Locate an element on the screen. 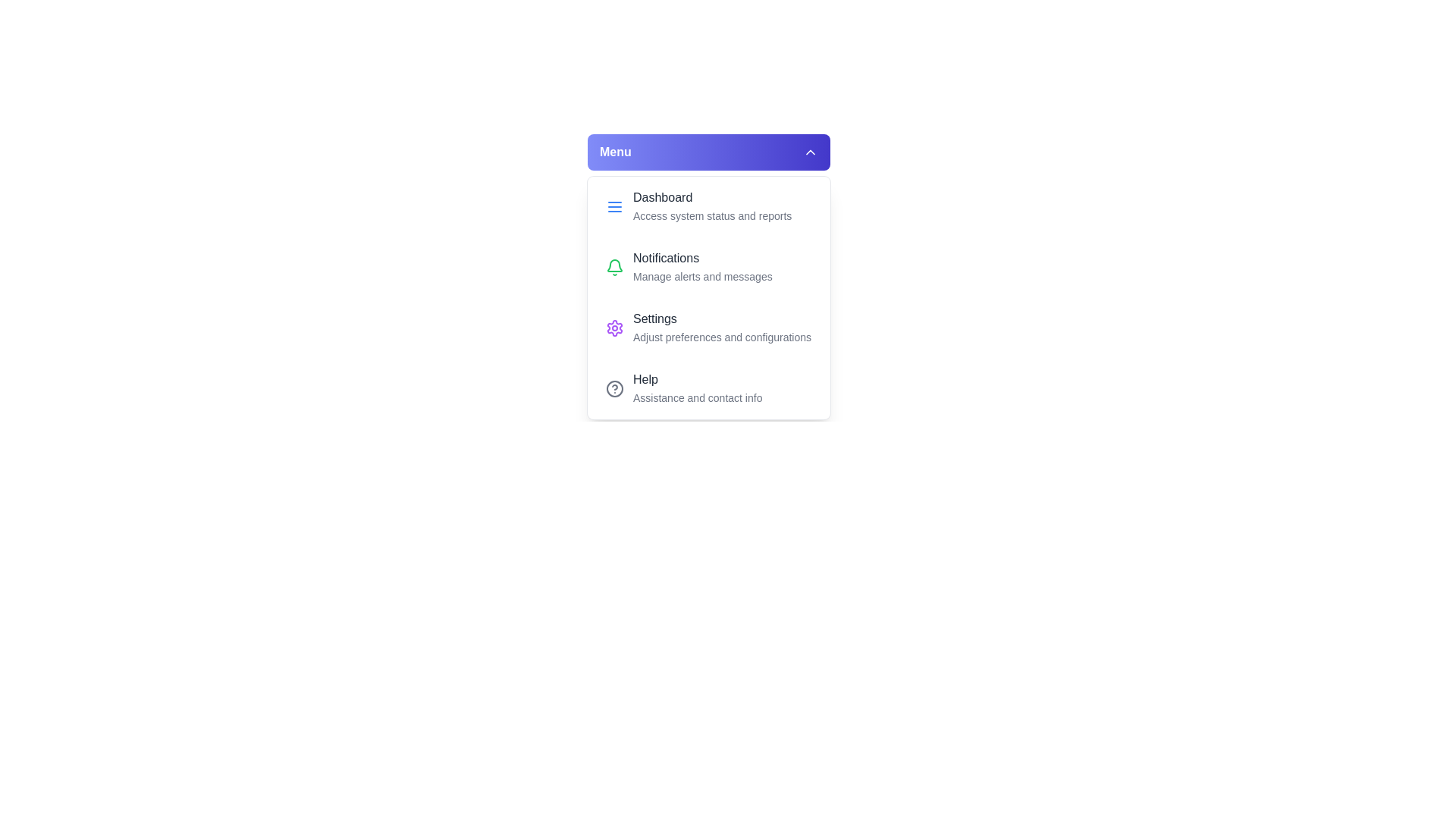  the green bell icon located to the left of the 'Notifications' label in the menu panel is located at coordinates (615, 267).